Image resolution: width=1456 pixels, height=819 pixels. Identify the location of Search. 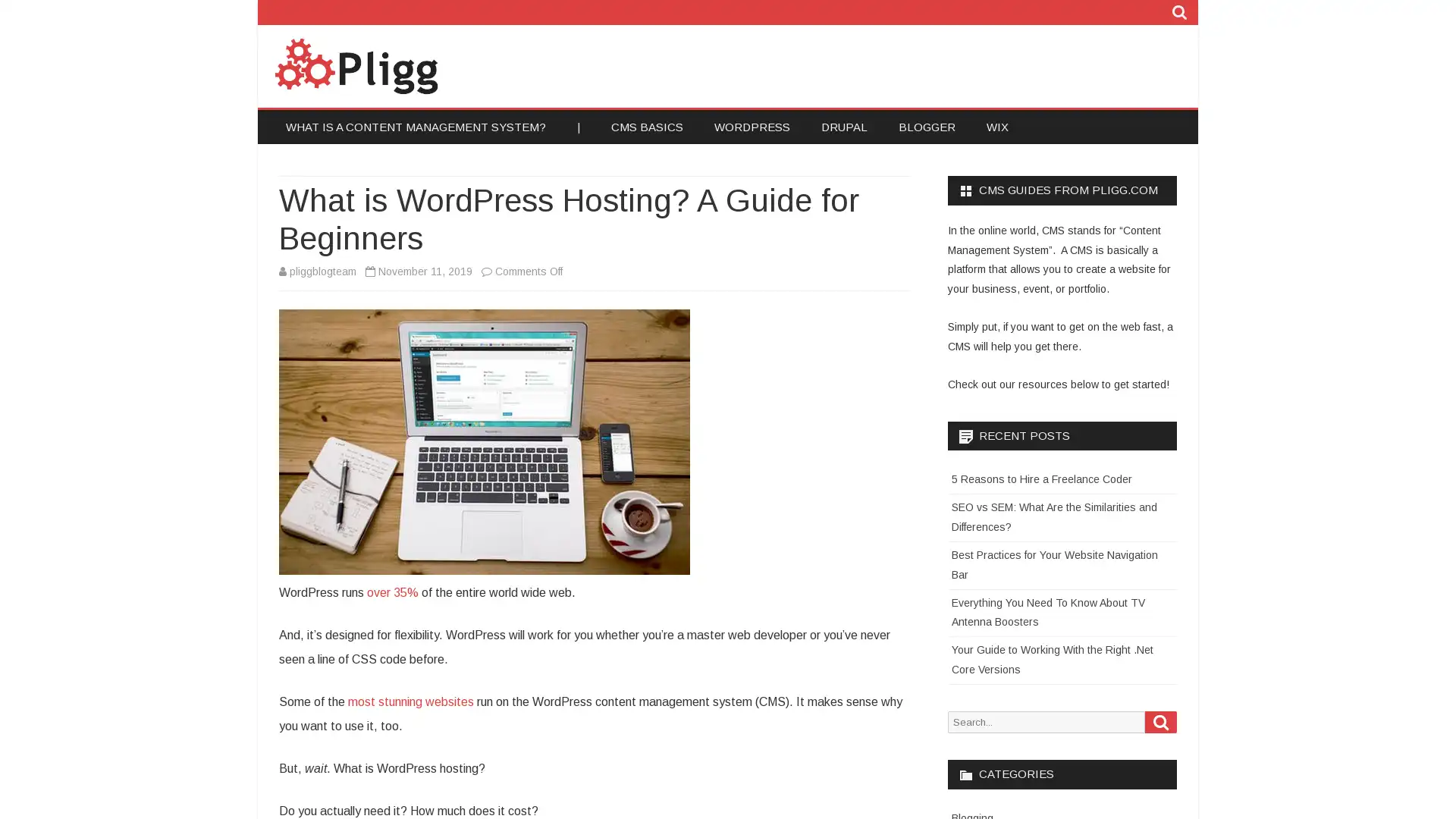
(1160, 720).